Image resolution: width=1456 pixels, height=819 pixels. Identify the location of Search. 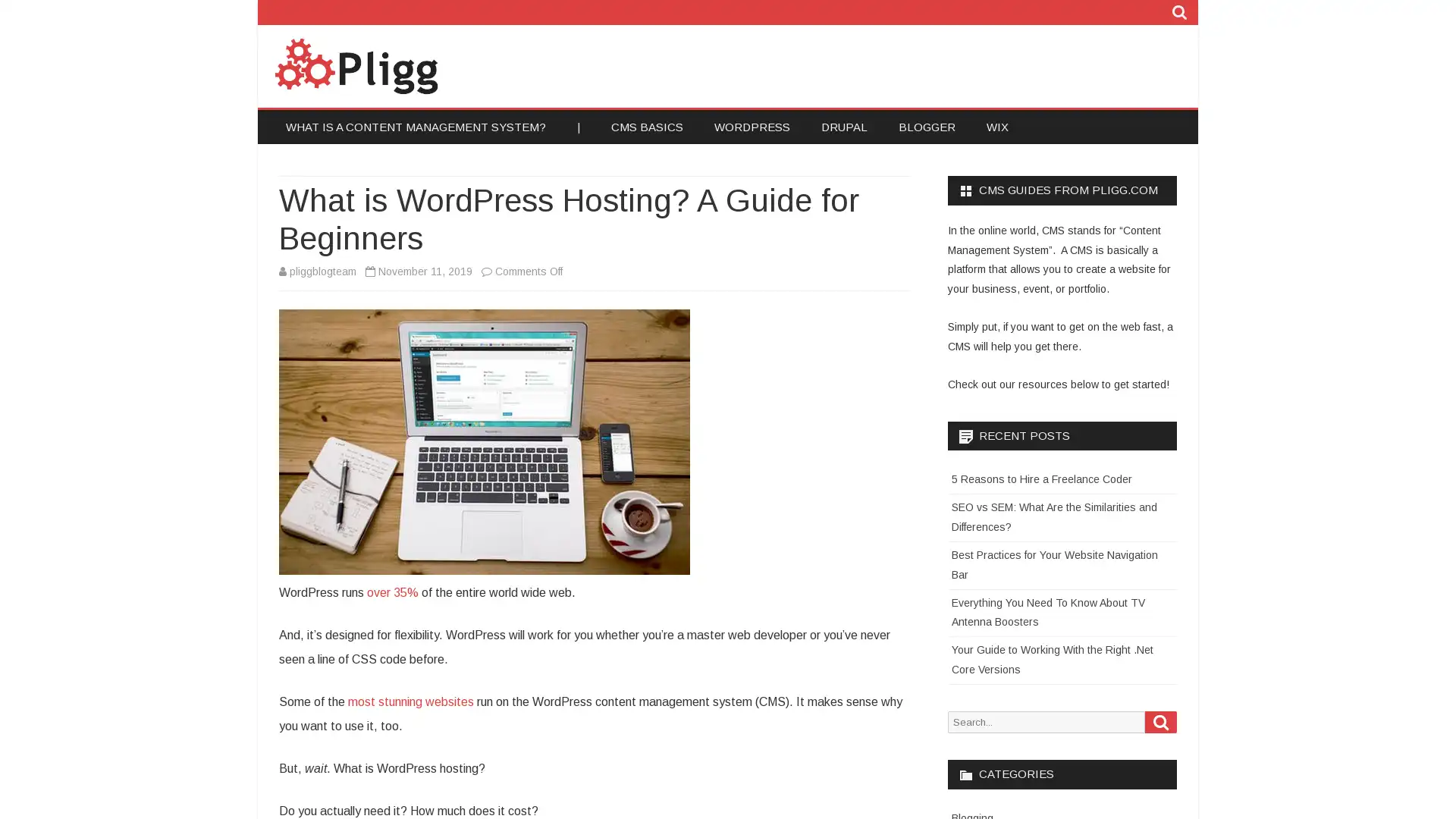
(1160, 720).